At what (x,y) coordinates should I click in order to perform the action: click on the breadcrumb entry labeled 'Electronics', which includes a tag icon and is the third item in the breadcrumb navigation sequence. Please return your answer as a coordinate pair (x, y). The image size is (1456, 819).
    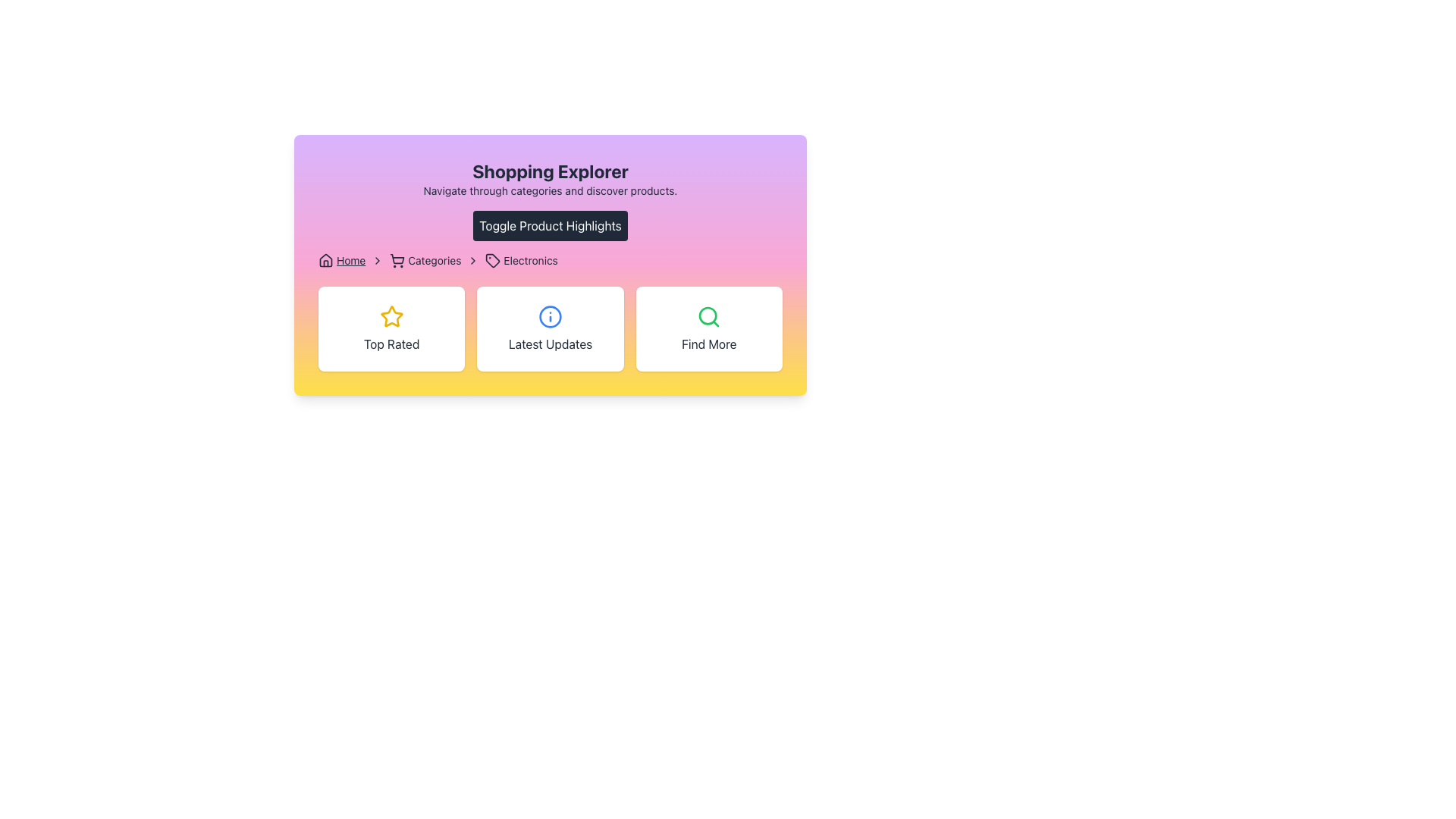
    Looking at the image, I should click on (522, 259).